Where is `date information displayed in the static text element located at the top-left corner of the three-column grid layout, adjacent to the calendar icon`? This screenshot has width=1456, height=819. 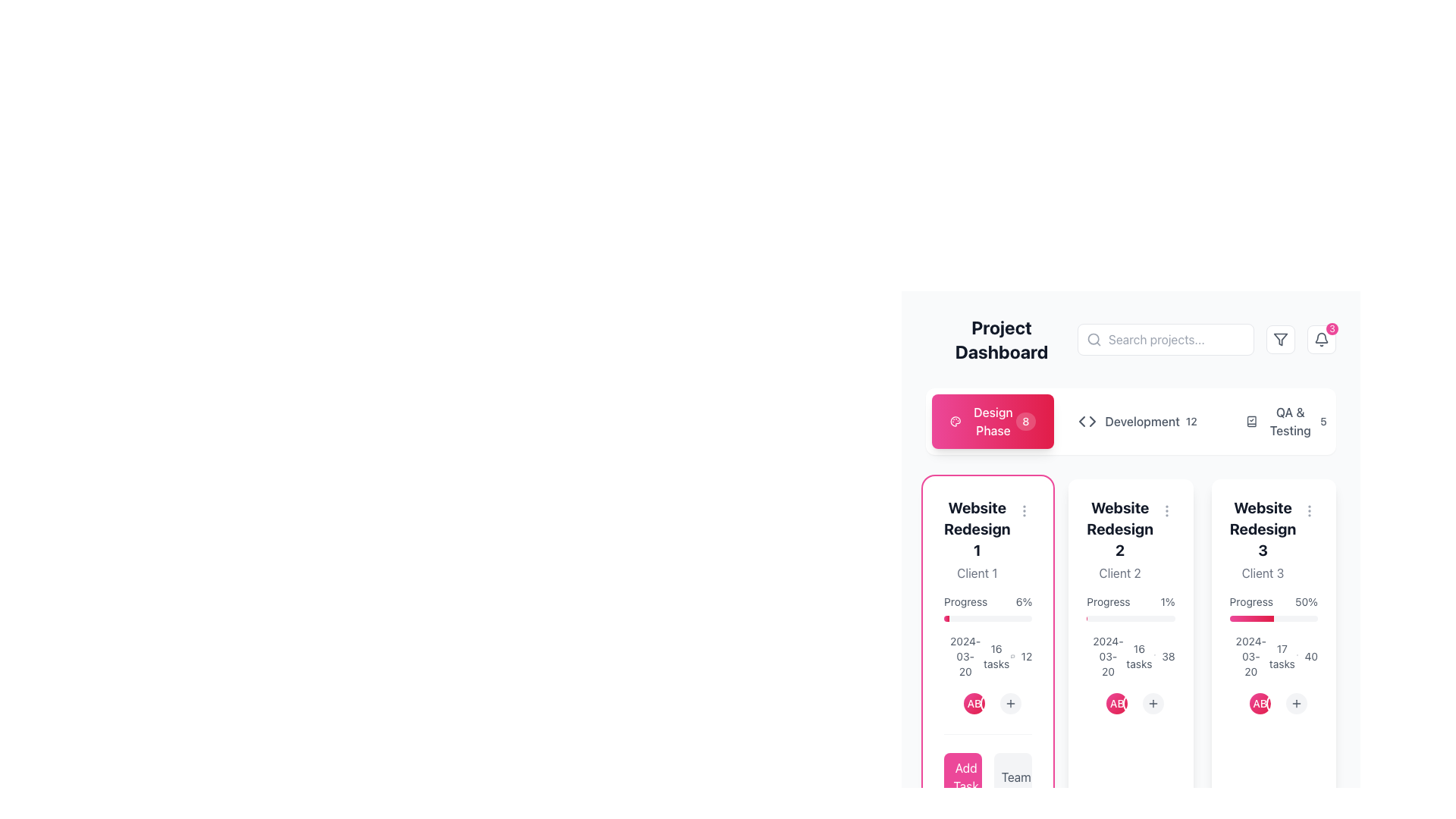
date information displayed in the static text element located at the top-left corner of the three-column grid layout, adjacent to the calendar icon is located at coordinates (1240, 656).